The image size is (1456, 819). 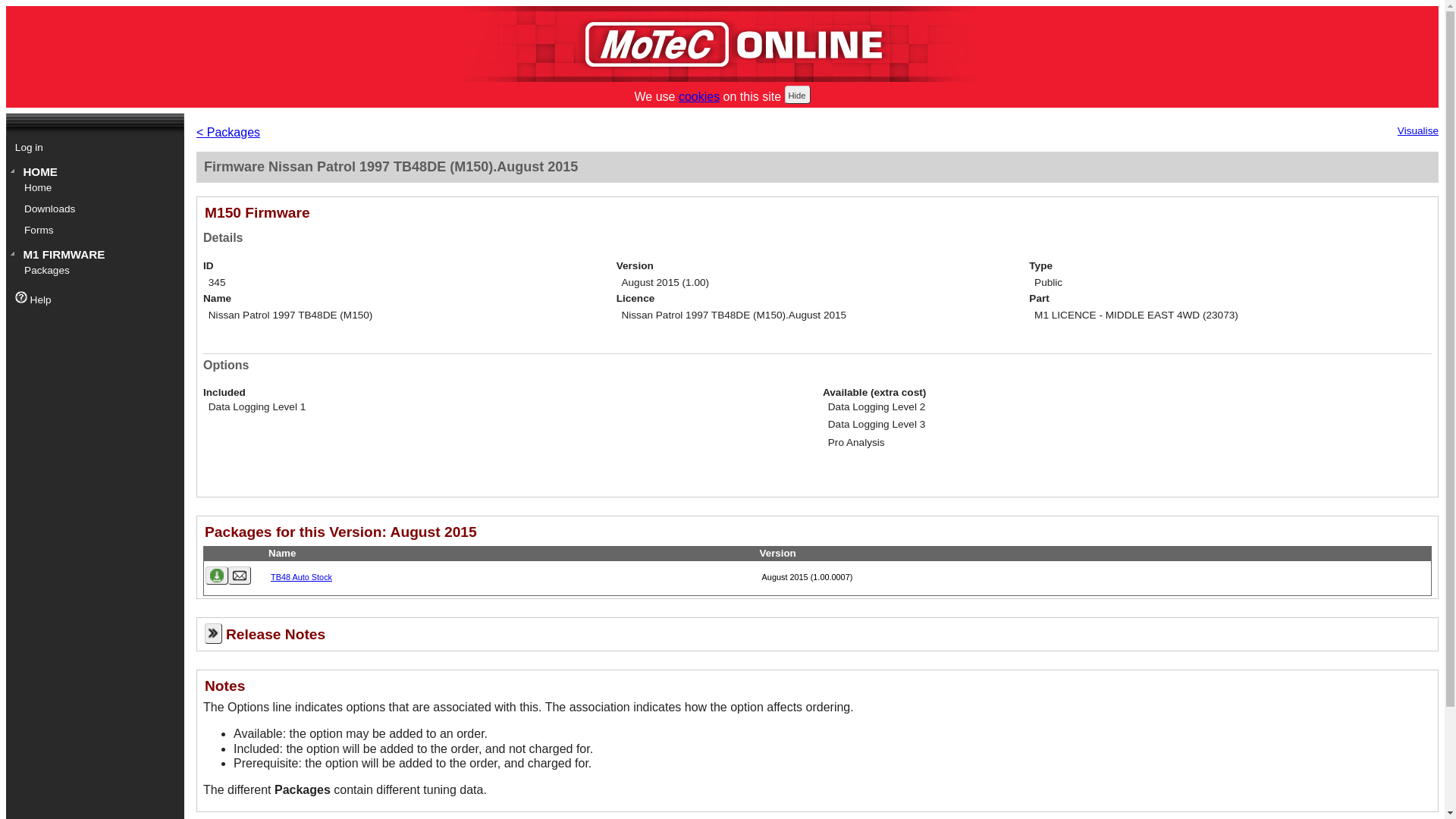 I want to click on 'M1 FIRMWARE', so click(x=11, y=253).